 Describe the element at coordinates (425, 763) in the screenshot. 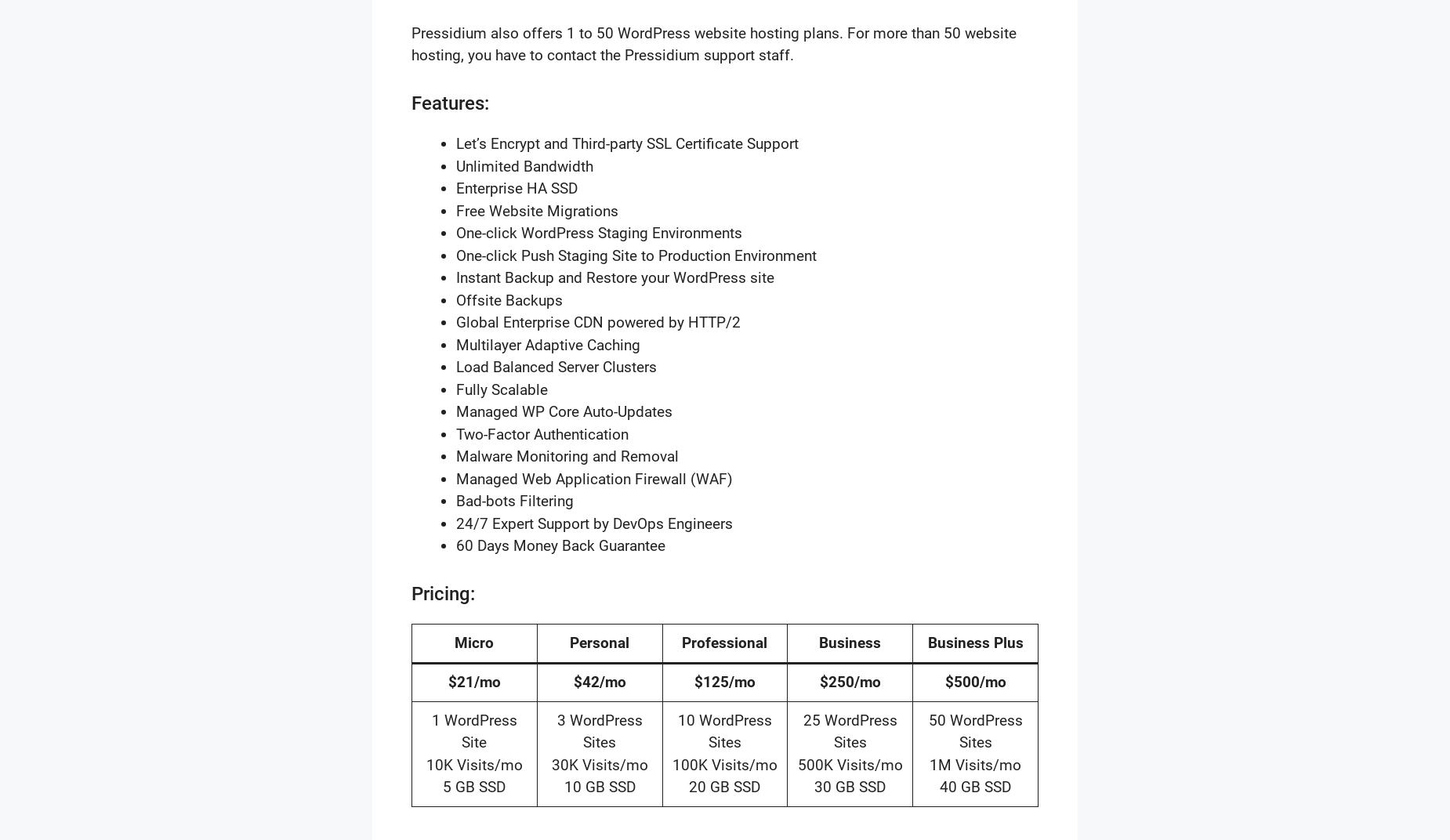

I see `'10K Visits/mo'` at that location.